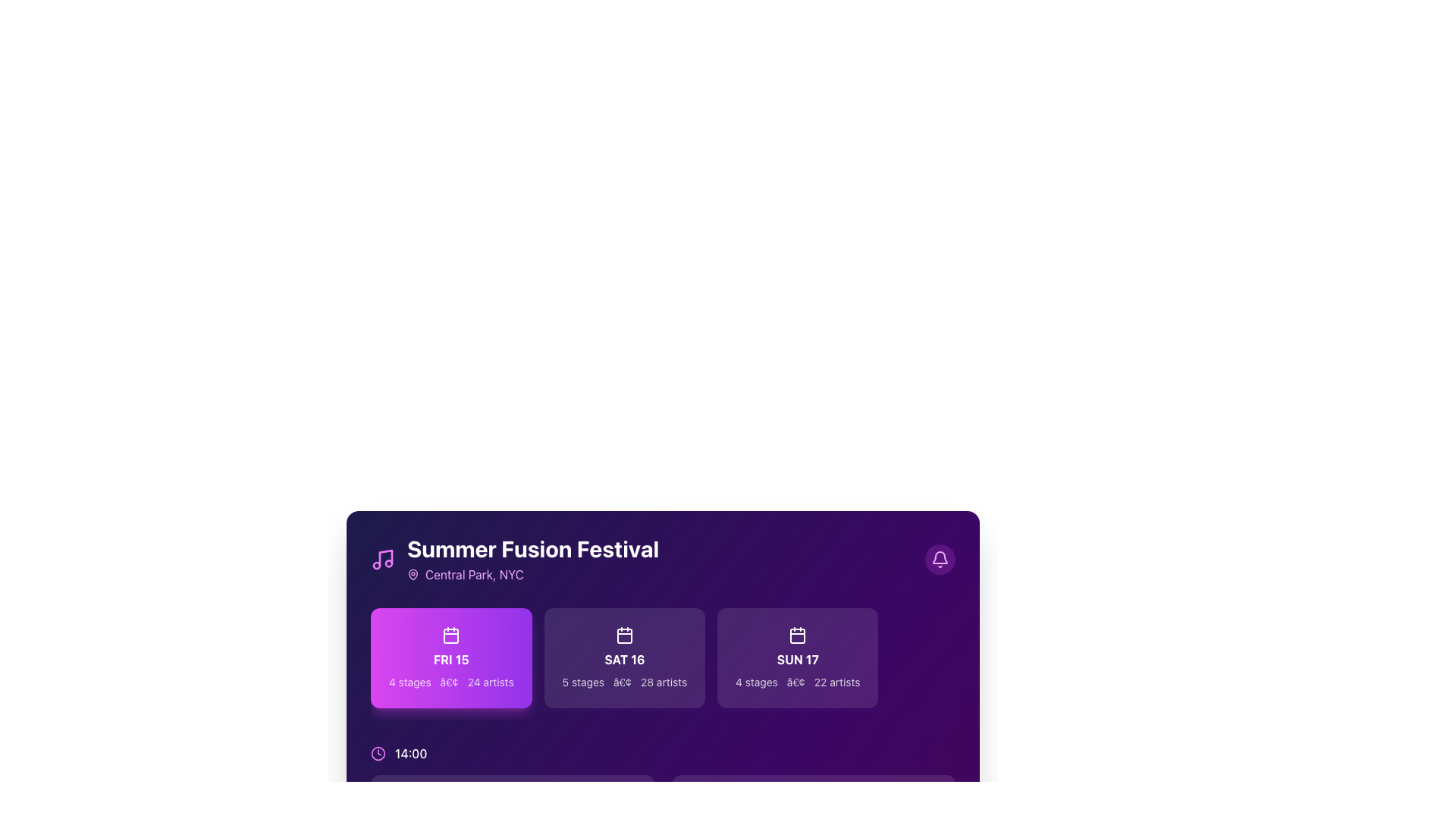  What do you see at coordinates (939, 559) in the screenshot?
I see `the notification icon located in the top-right corner of the purple festival information card` at bounding box center [939, 559].